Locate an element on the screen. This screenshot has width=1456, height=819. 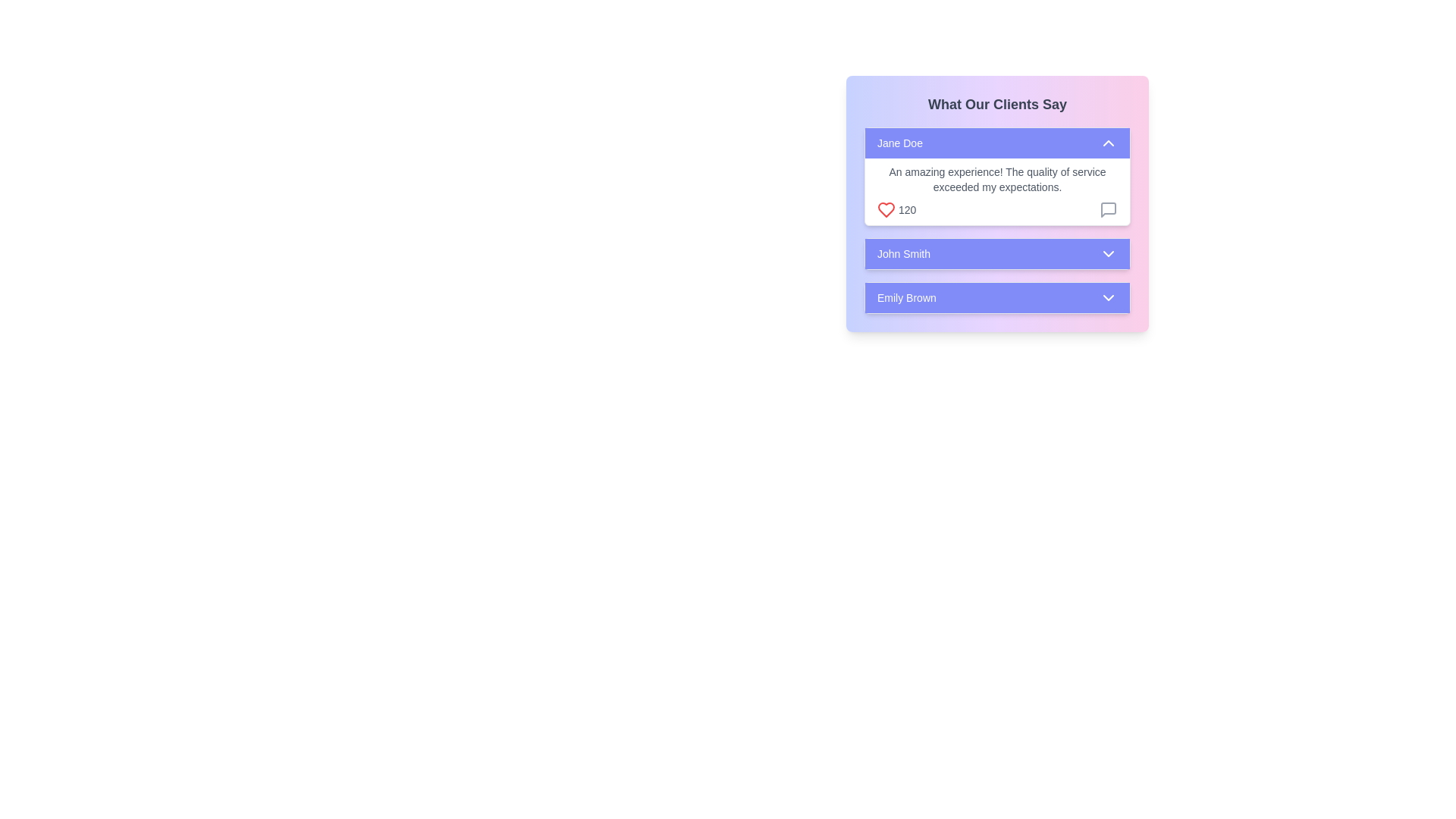
the text label displaying 'Jane Doe' which is bold and white against a light purple background, located in the upper section of a vertically stacked list next to a chevron arrow icon is located at coordinates (899, 143).